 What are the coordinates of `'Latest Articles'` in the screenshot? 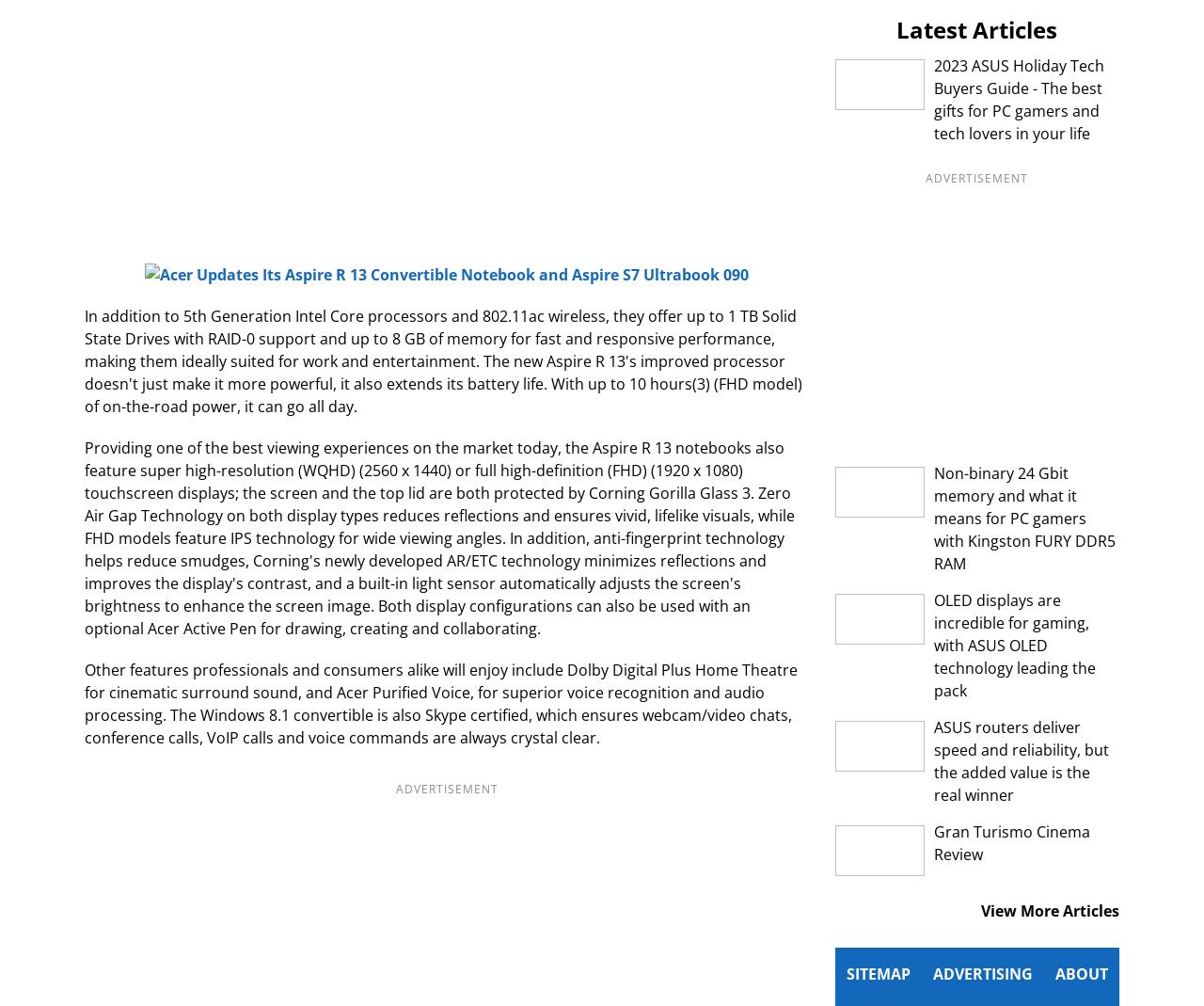 It's located at (895, 28).